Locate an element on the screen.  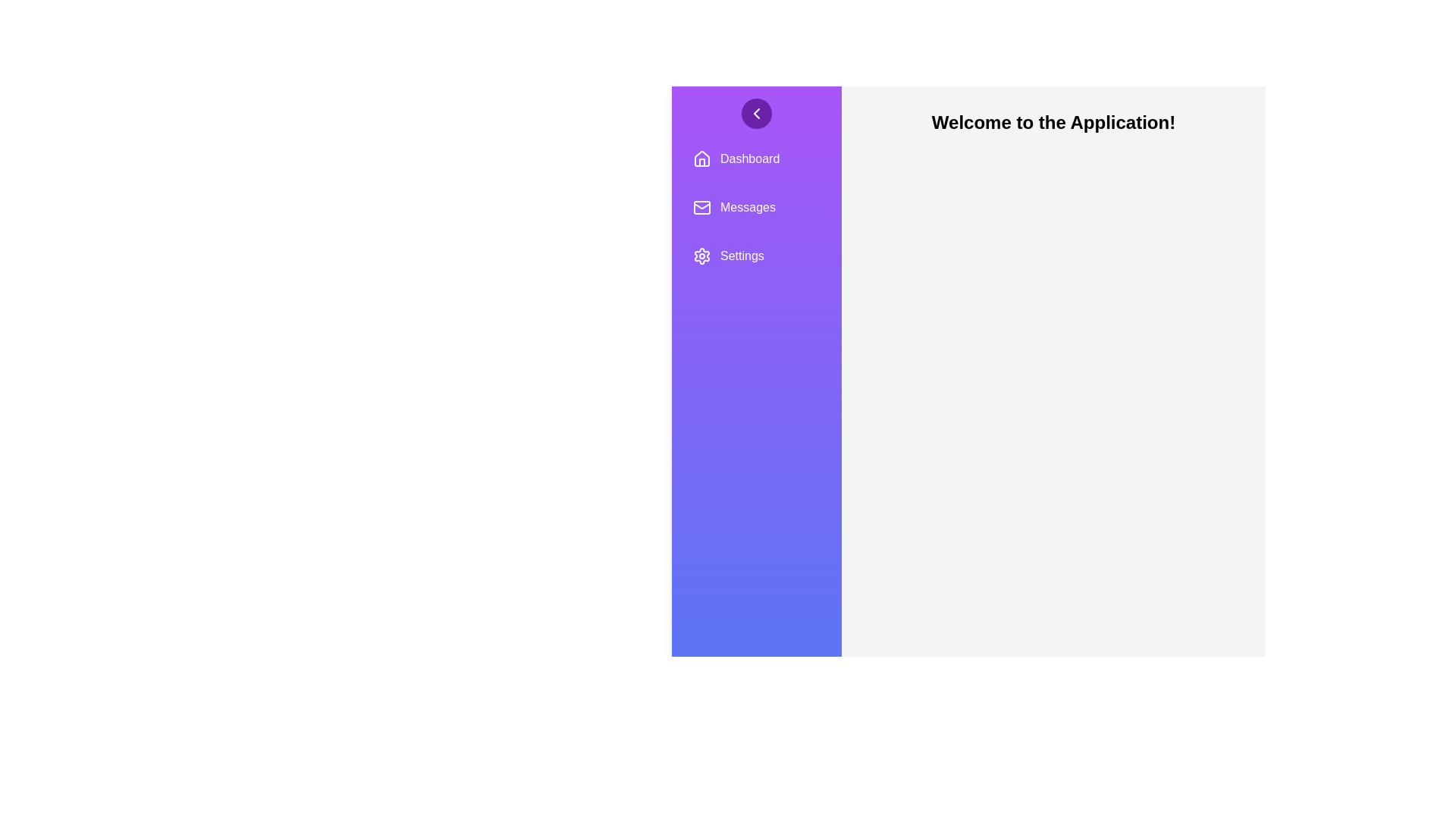
the upper rectangle component of the envelope icon indicating the 'Messages' section in the vertical navigation bar is located at coordinates (701, 207).